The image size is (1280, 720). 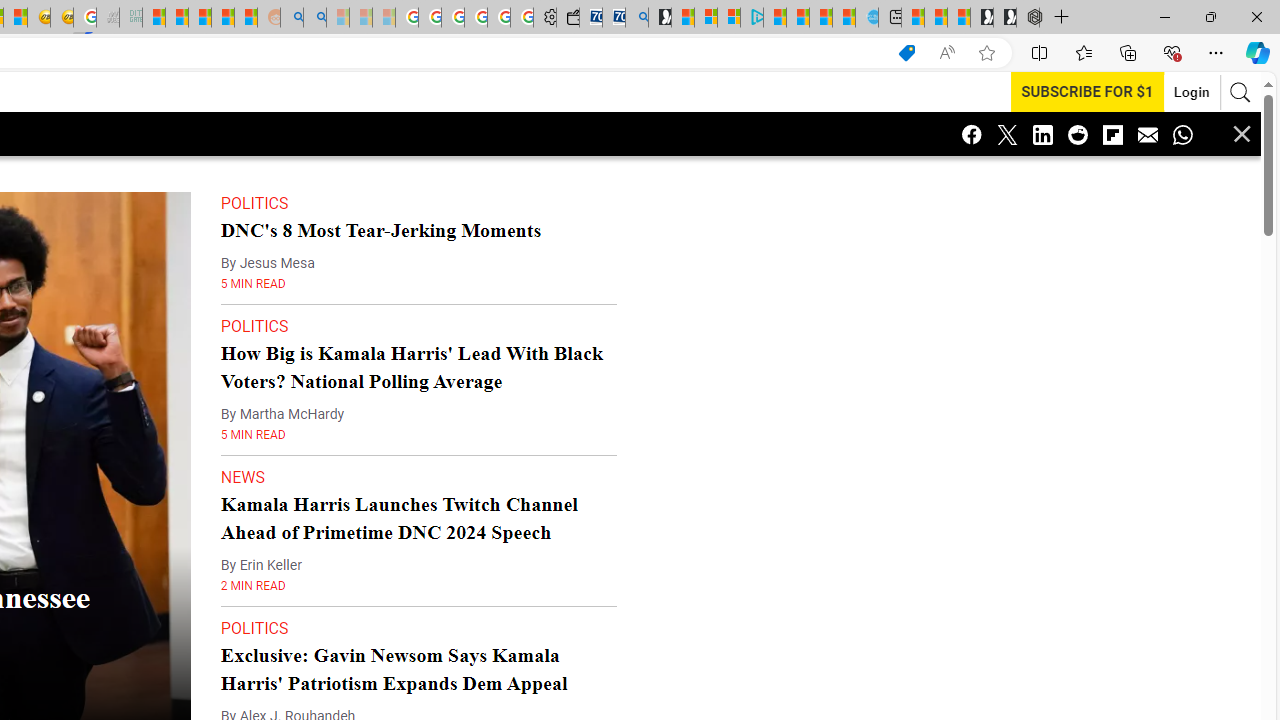 What do you see at coordinates (313, 17) in the screenshot?
I see `'Utah sues federal government - Search'` at bounding box center [313, 17].